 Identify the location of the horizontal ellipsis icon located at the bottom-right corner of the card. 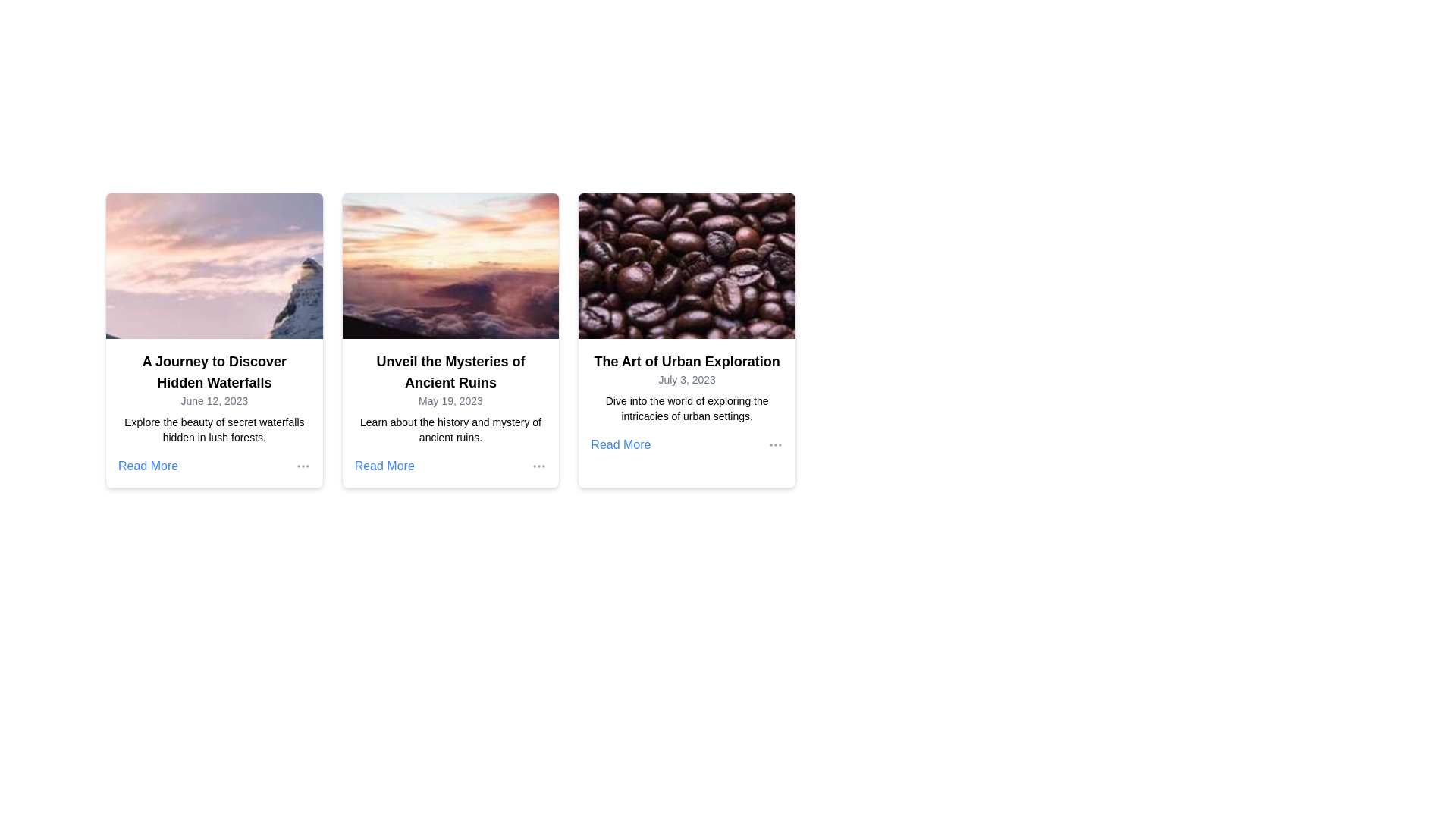
(539, 465).